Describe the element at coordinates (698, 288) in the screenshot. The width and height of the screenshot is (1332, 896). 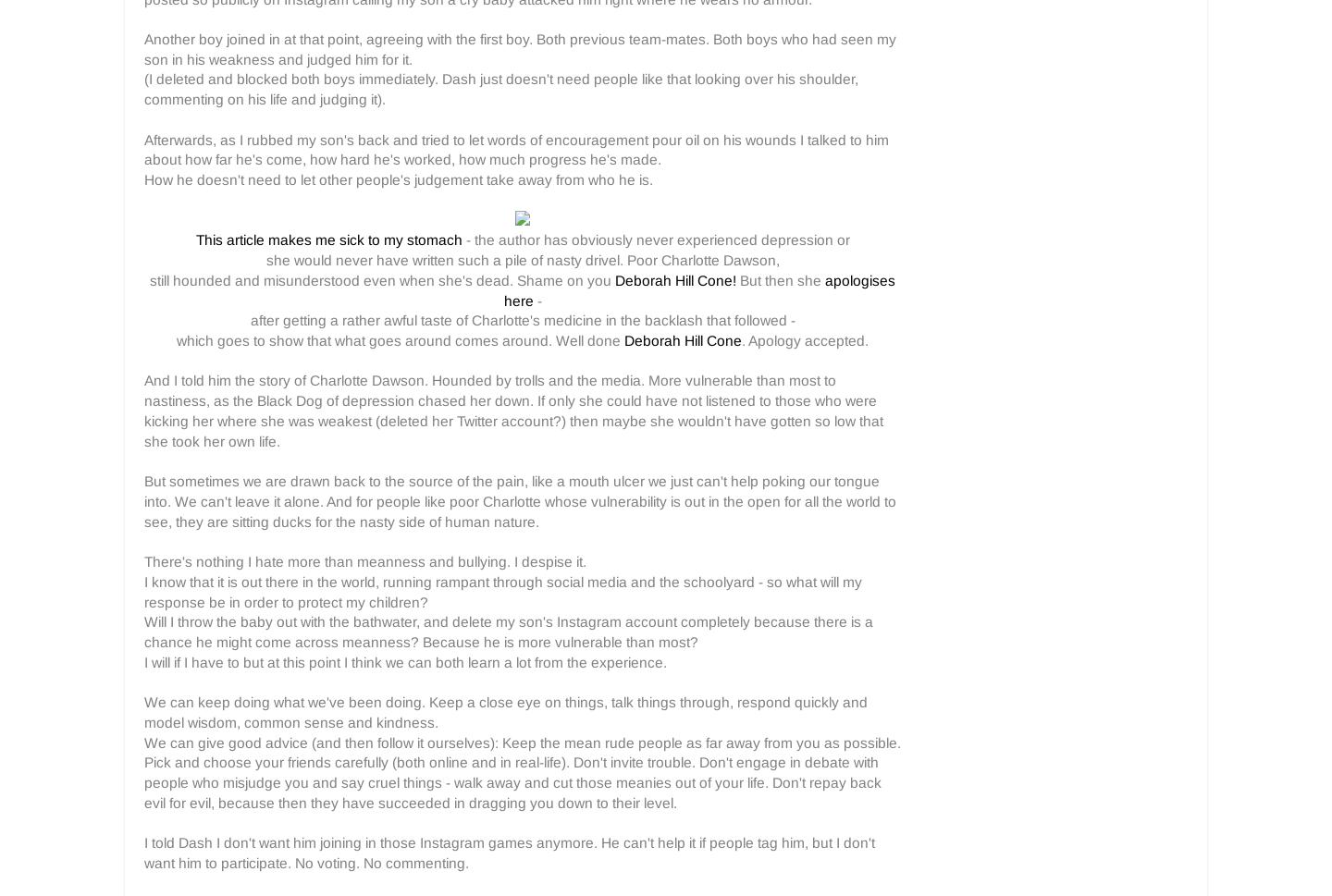
I see `'apologises here'` at that location.